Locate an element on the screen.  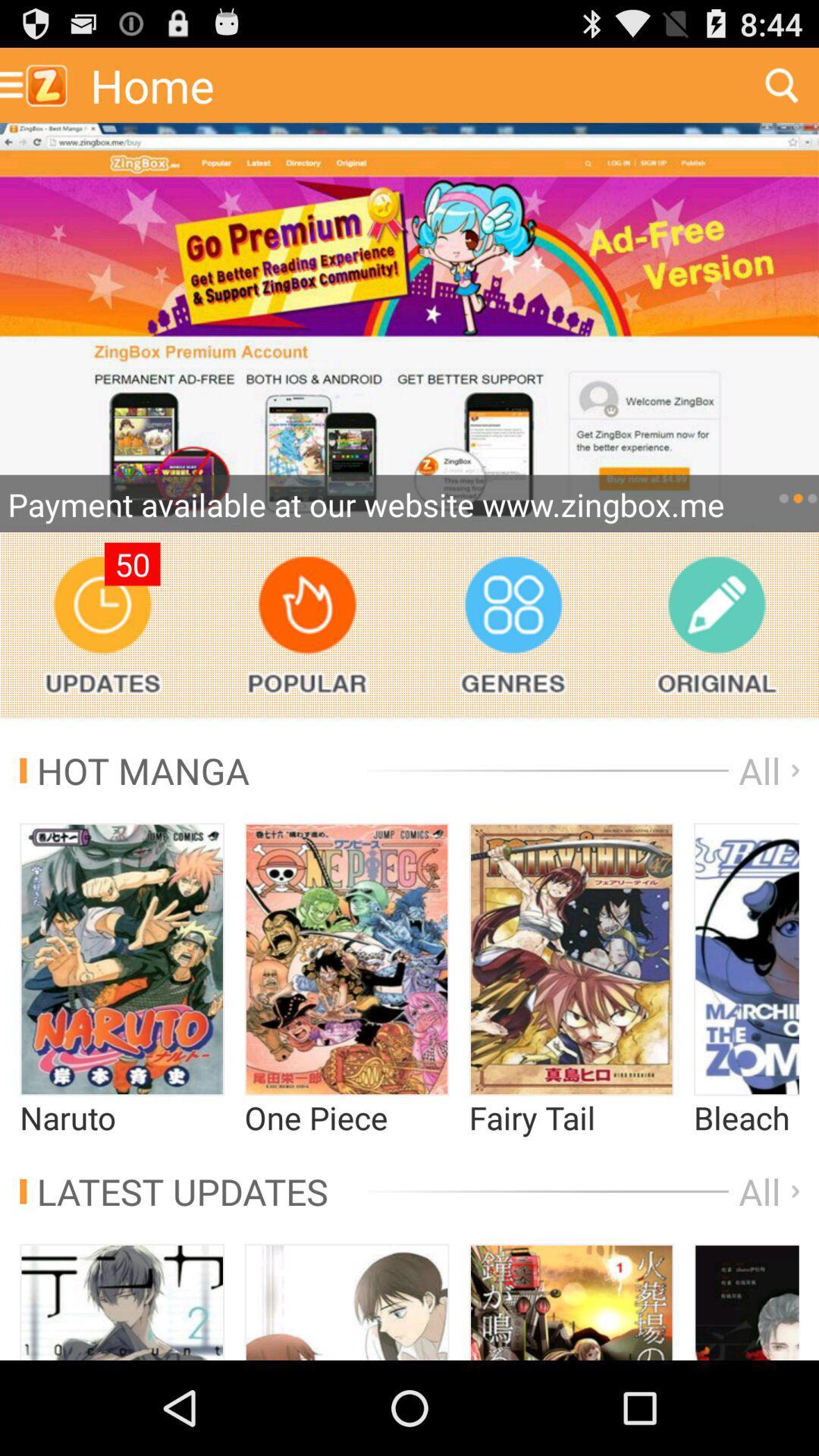
the avatar icon is located at coordinates (347, 1393).